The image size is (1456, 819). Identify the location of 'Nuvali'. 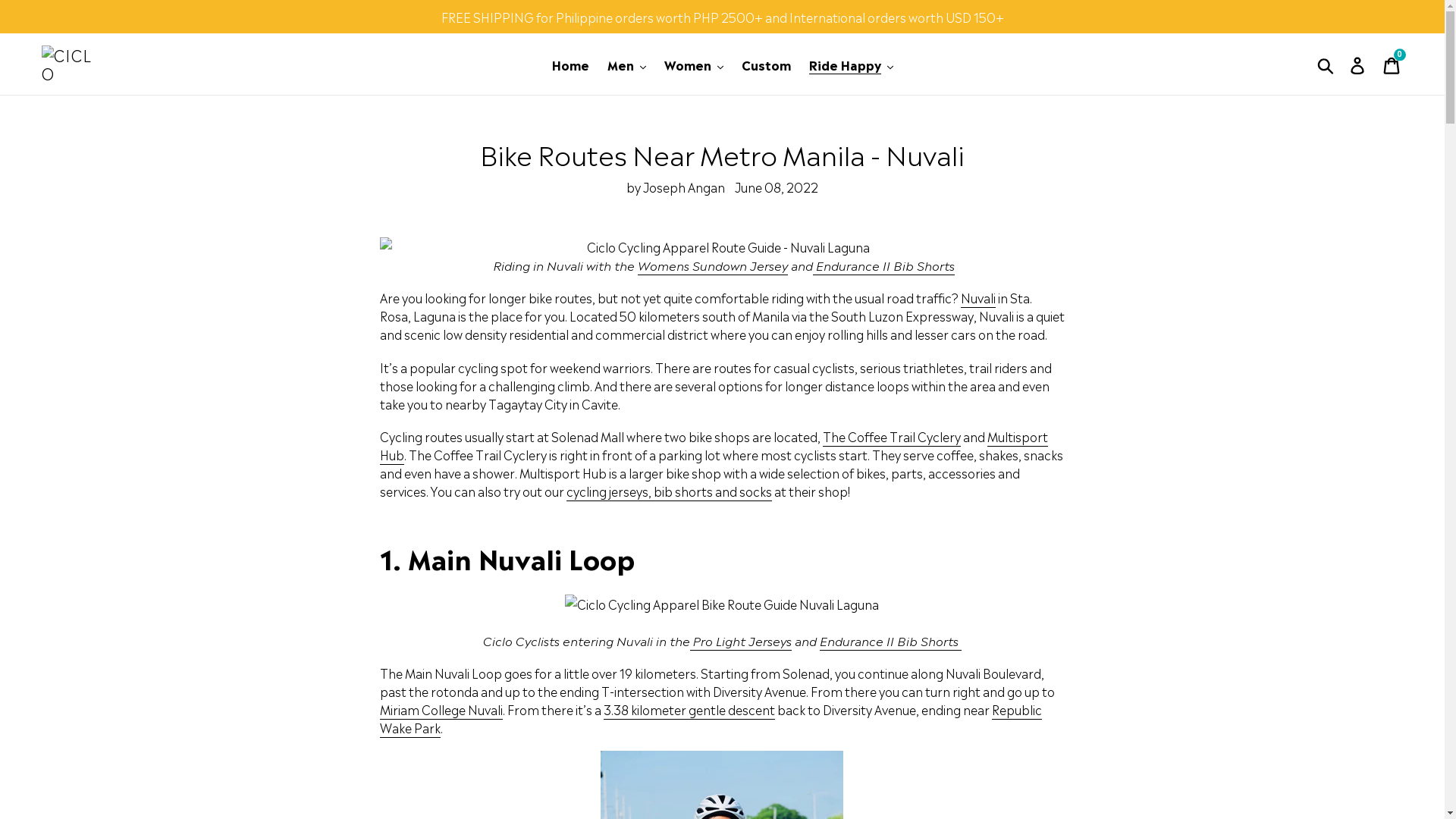
(978, 298).